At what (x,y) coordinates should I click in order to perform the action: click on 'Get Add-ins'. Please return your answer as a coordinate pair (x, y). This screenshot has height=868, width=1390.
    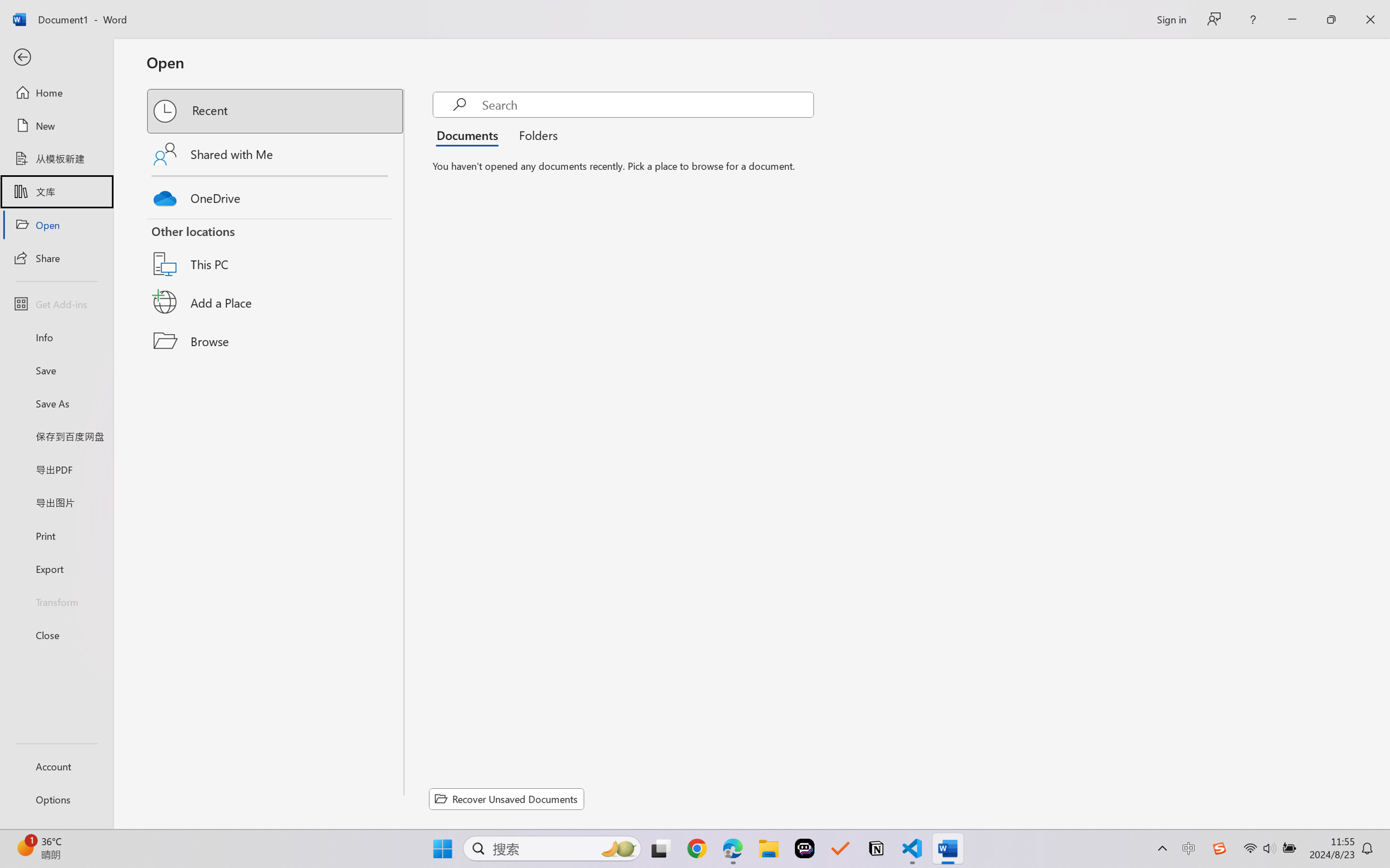
    Looking at the image, I should click on (56, 303).